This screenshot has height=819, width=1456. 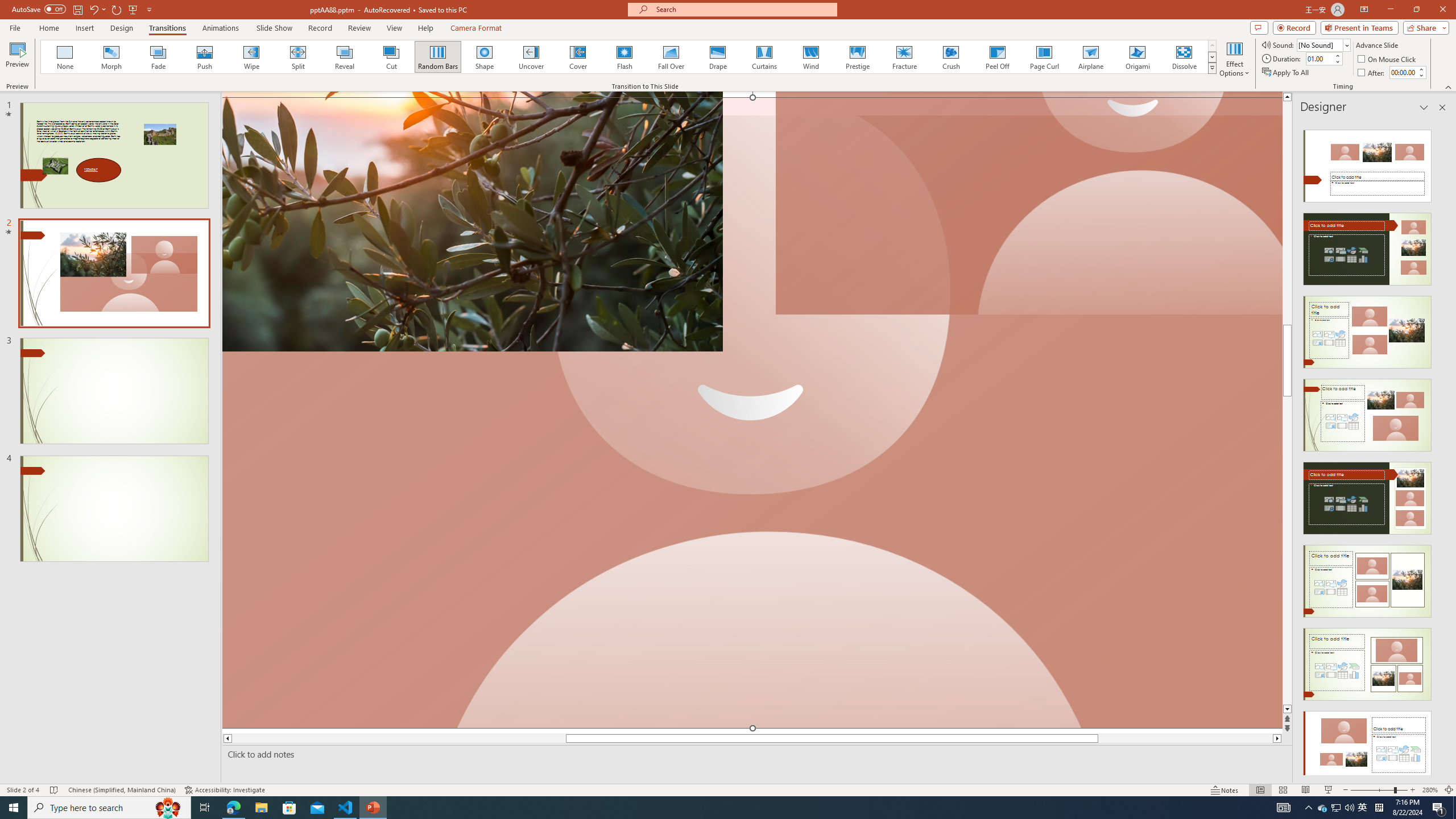 What do you see at coordinates (1430, 790) in the screenshot?
I see `'Zoom 280%'` at bounding box center [1430, 790].